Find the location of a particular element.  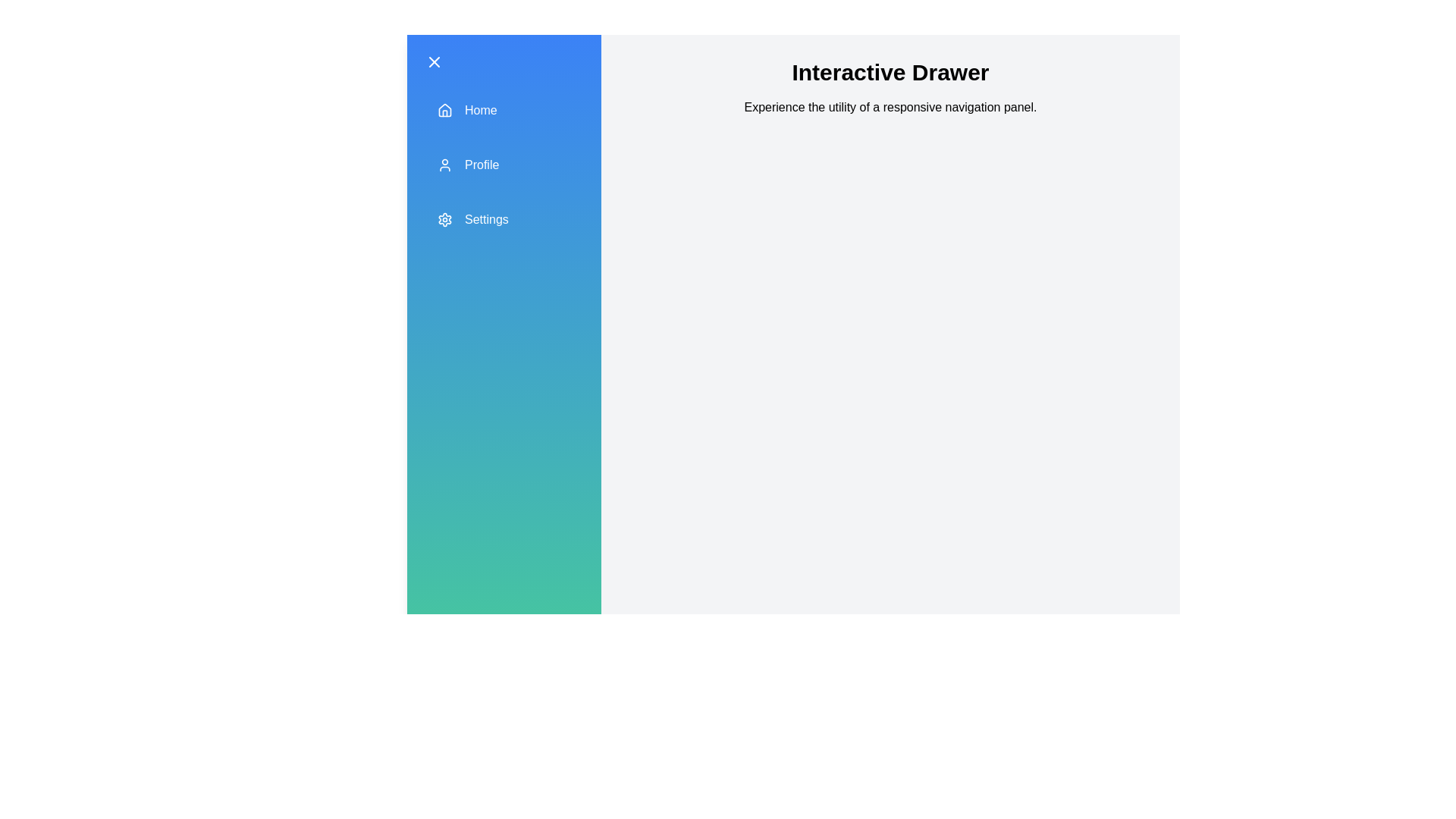

the drawer item labeled Home to observe the hover effect is located at coordinates (504, 110).